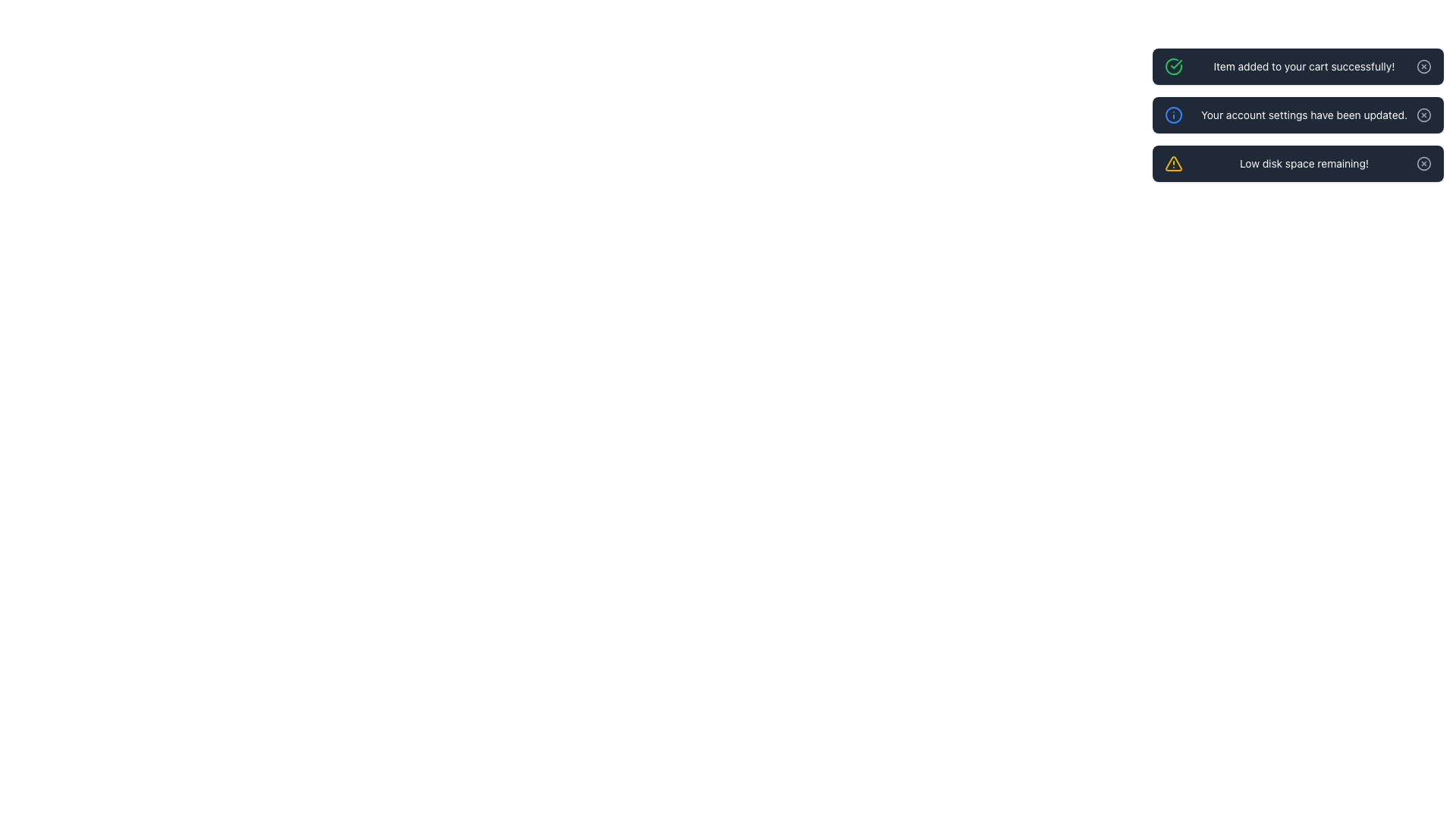  What do you see at coordinates (1172, 164) in the screenshot?
I see `the triangular warning icon with a yellow outline located in the third notification pane, to the left of the 'Low disk space remaining!' message` at bounding box center [1172, 164].